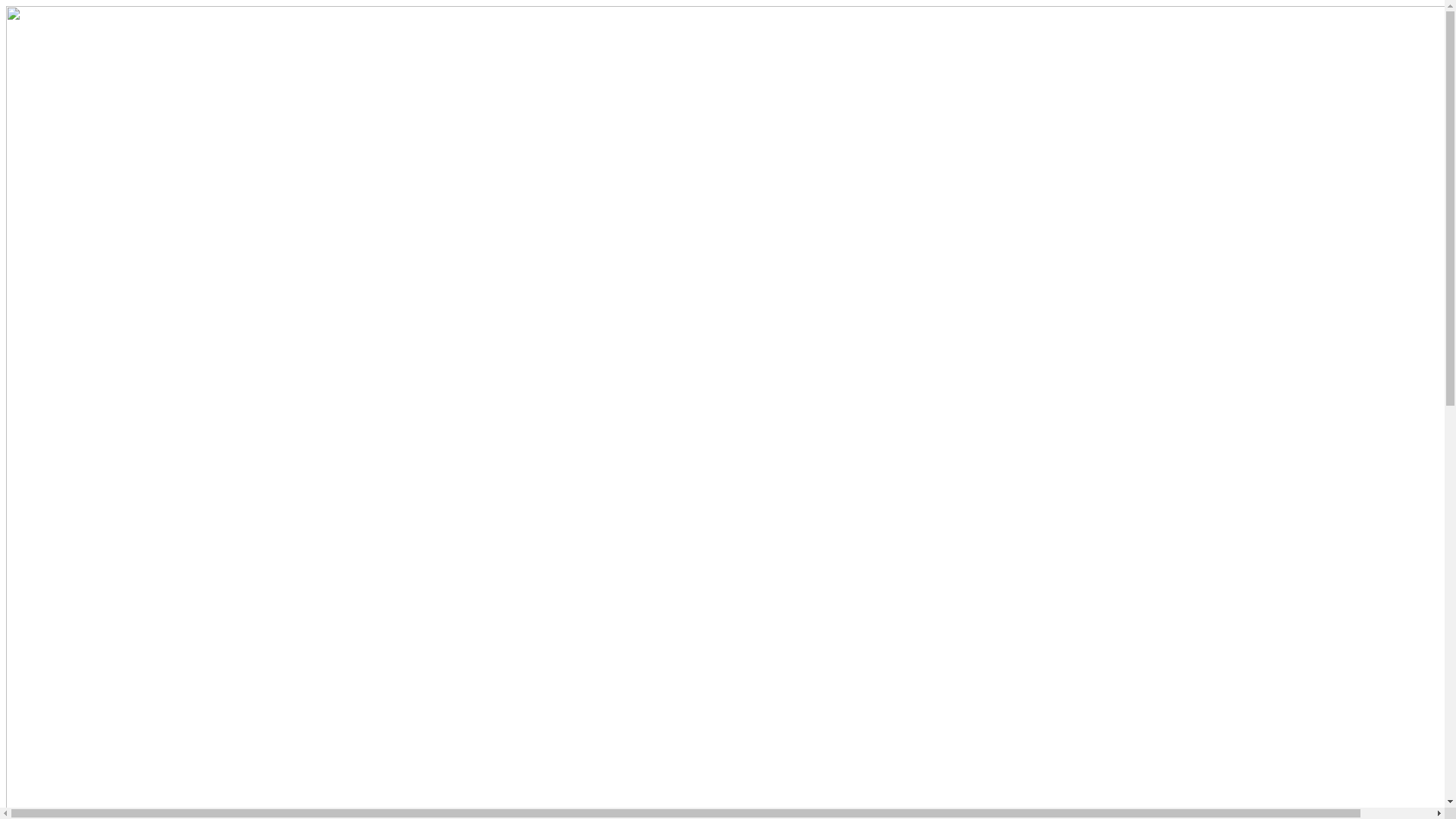 This screenshot has height=819, width=1456. What do you see at coordinates (5, 5) in the screenshot?
I see `'Skip to content'` at bounding box center [5, 5].